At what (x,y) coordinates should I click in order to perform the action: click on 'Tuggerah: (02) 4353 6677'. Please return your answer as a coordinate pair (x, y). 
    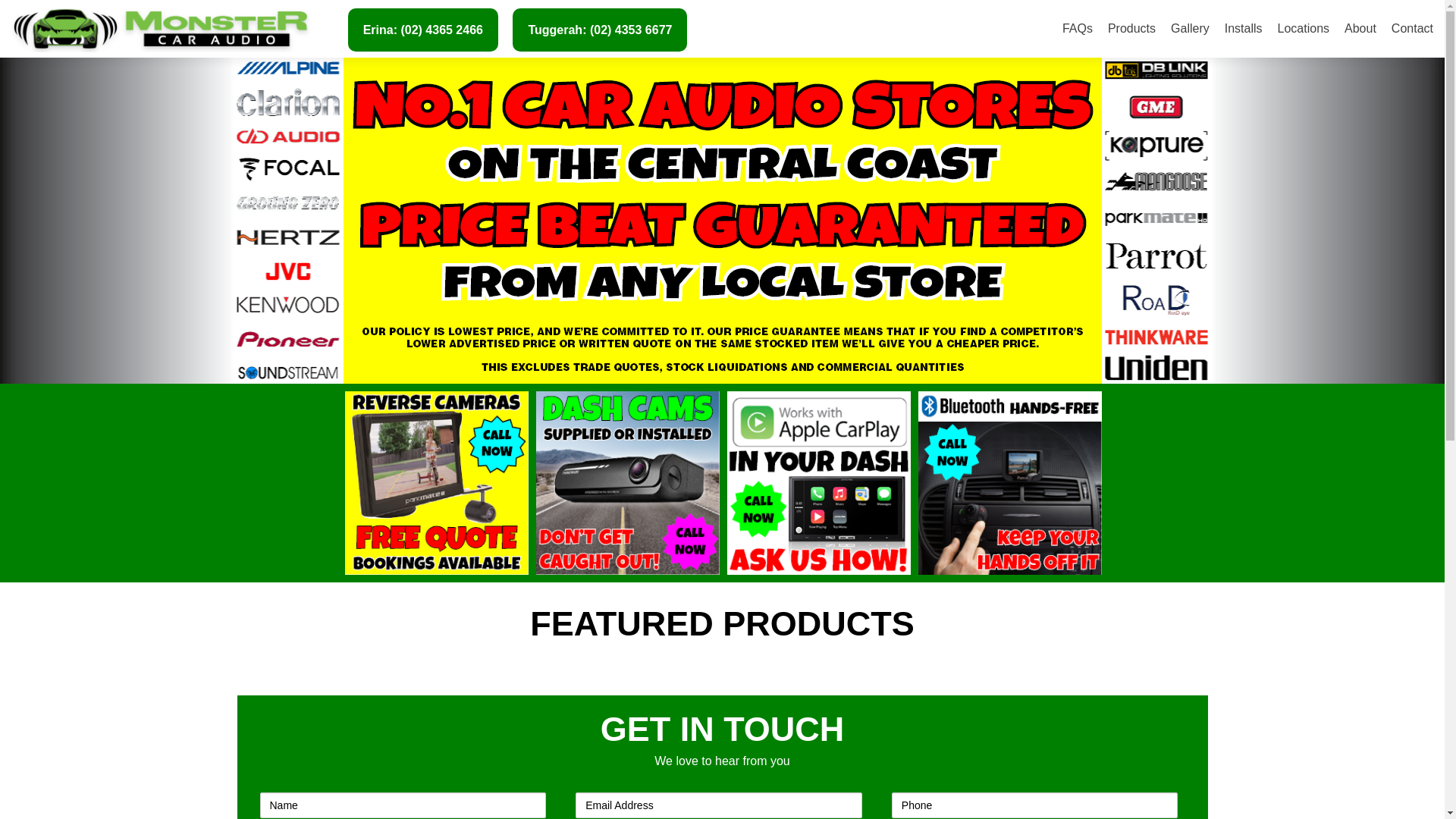
    Looking at the image, I should click on (599, 30).